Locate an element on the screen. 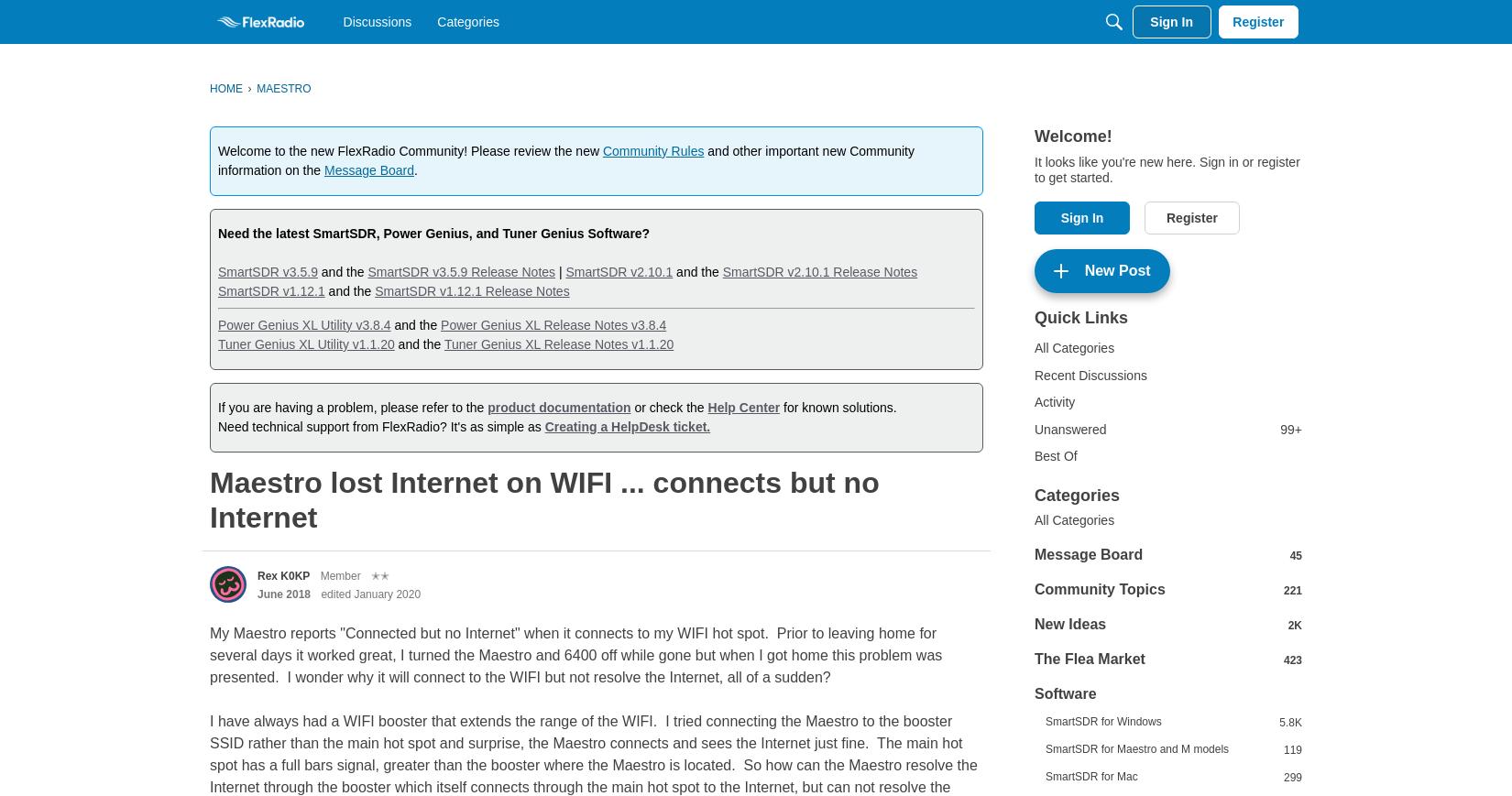 The width and height of the screenshot is (1512, 796). 'New Ideas' is located at coordinates (1070, 623).